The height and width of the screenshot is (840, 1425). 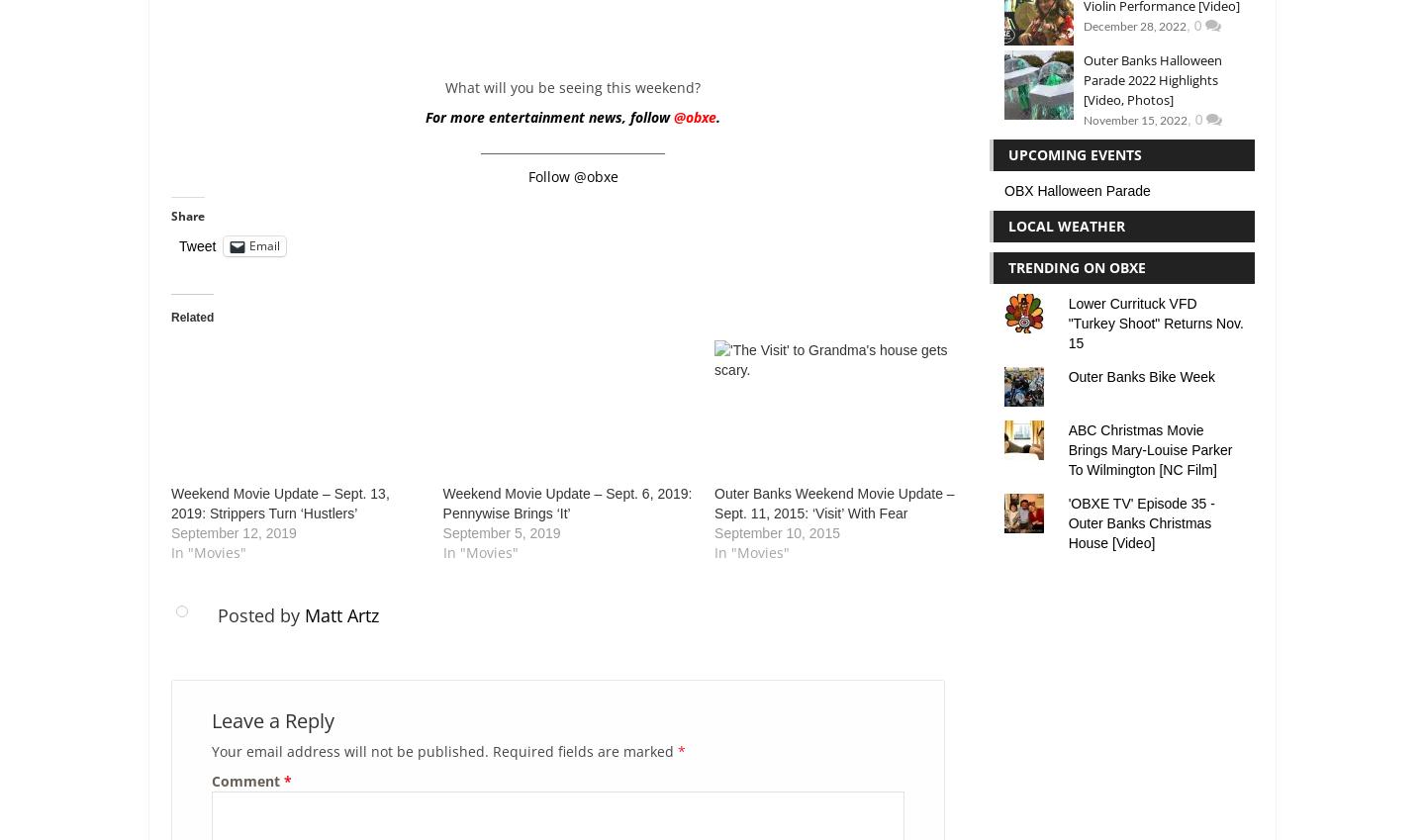 I want to click on 'Share', so click(x=187, y=215).